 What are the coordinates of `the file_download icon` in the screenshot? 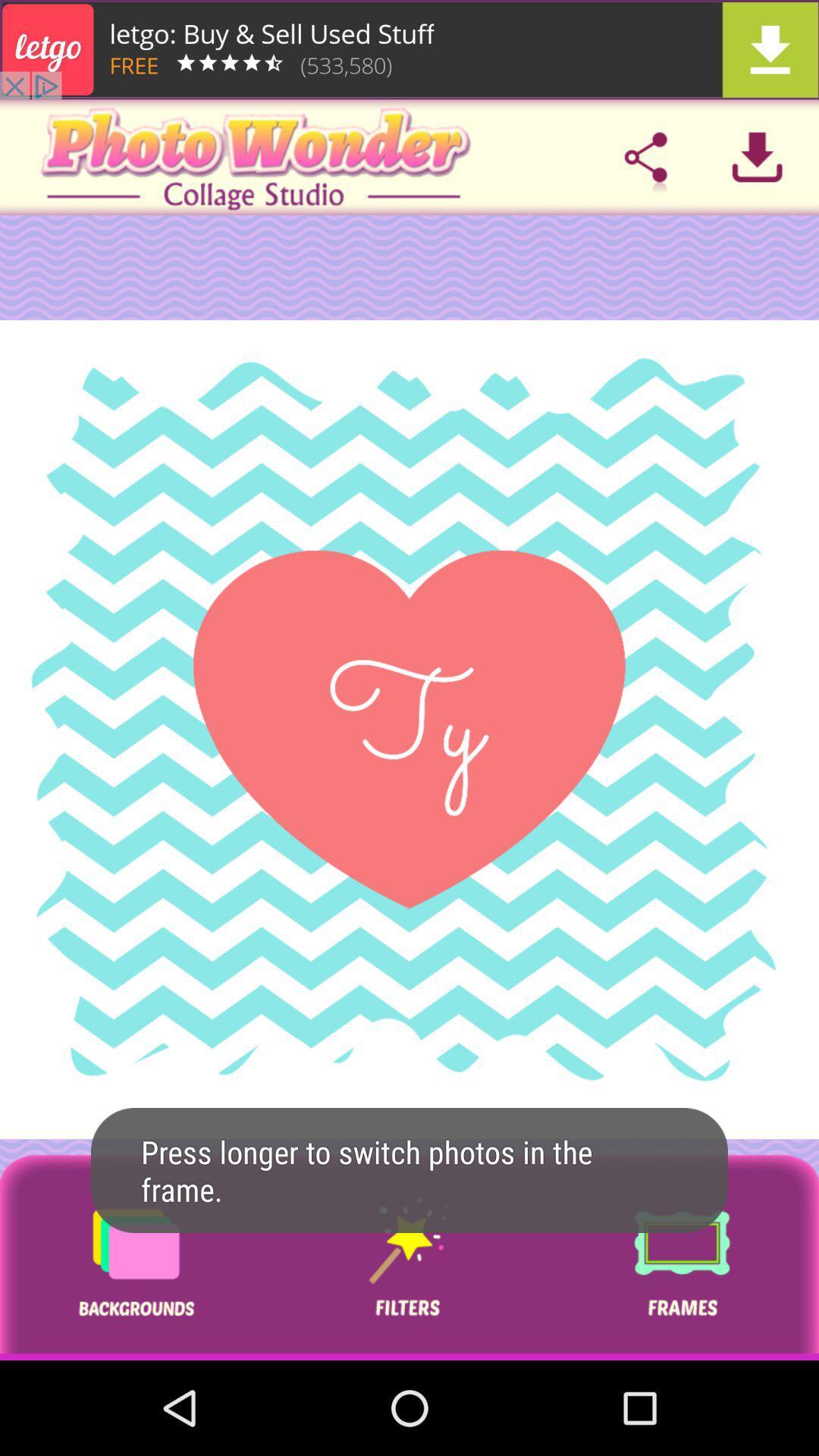 It's located at (757, 157).